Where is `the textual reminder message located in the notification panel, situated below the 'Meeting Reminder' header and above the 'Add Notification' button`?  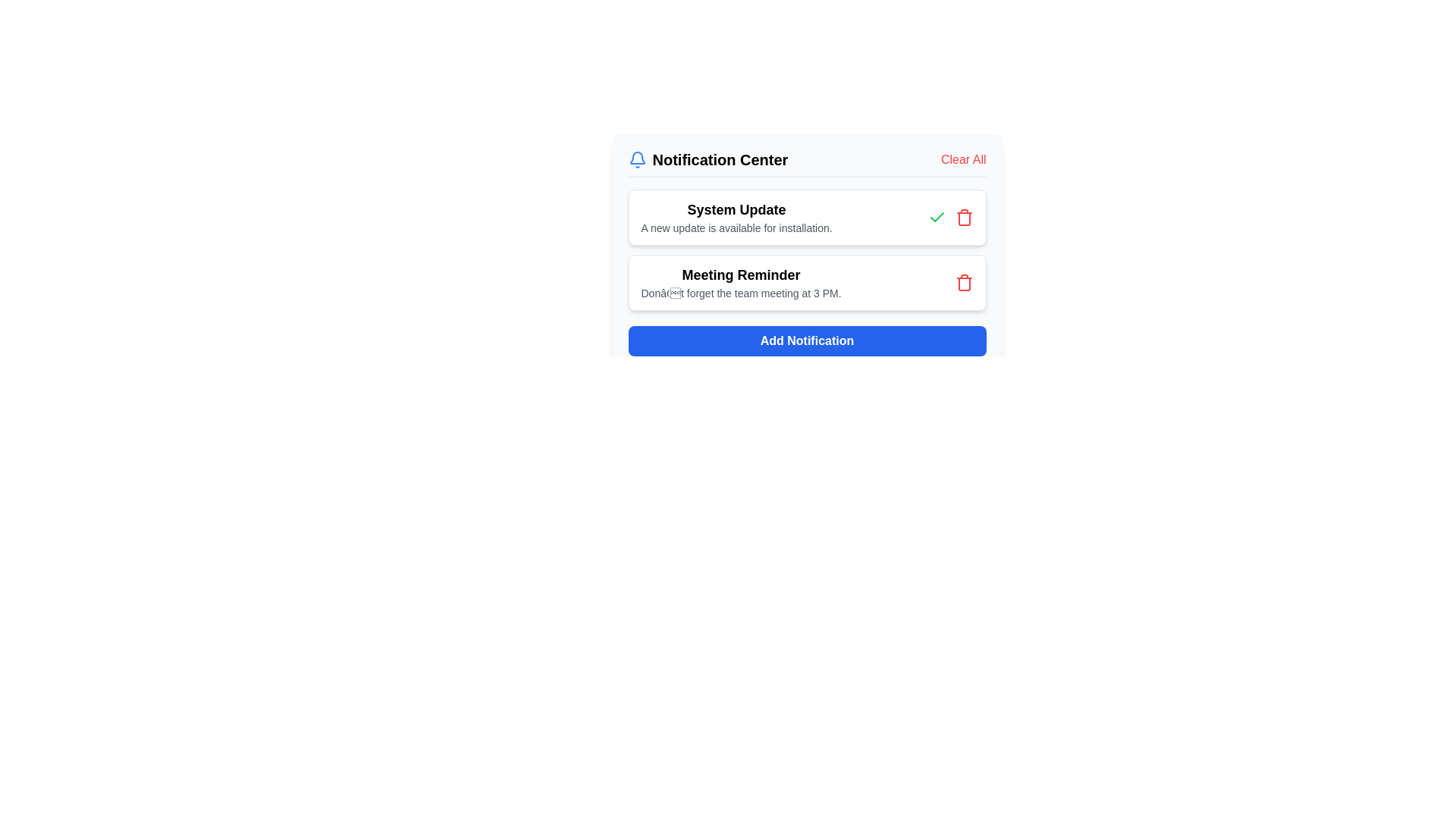 the textual reminder message located in the notification panel, situated below the 'Meeting Reminder' header and above the 'Add Notification' button is located at coordinates (741, 293).